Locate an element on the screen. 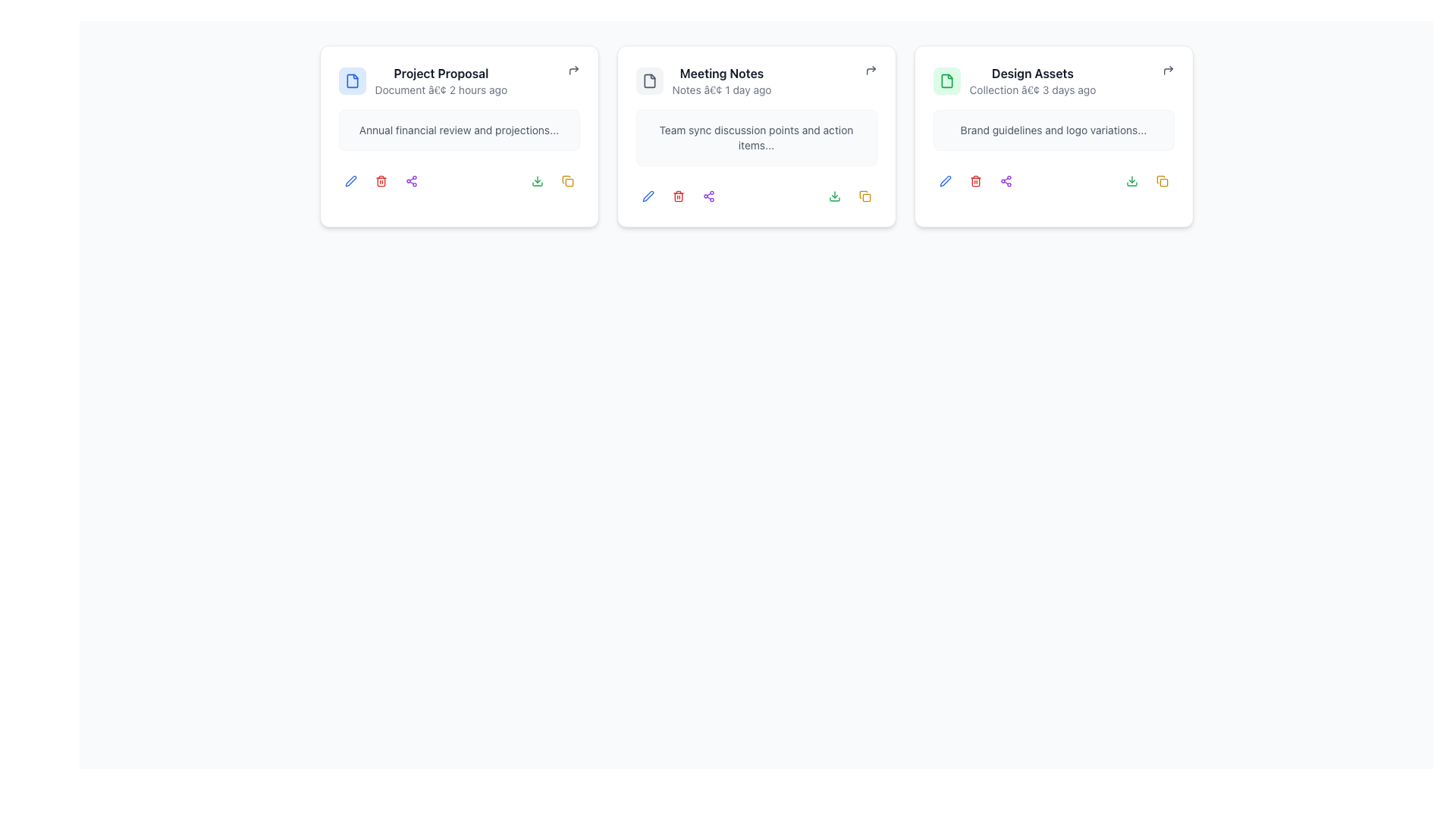 This screenshot has height=819, width=1456. text of the title label located in the second card of three horizontally arranged cards, positioned above the secondary text 'Notes • 1 day ago' is located at coordinates (720, 73).